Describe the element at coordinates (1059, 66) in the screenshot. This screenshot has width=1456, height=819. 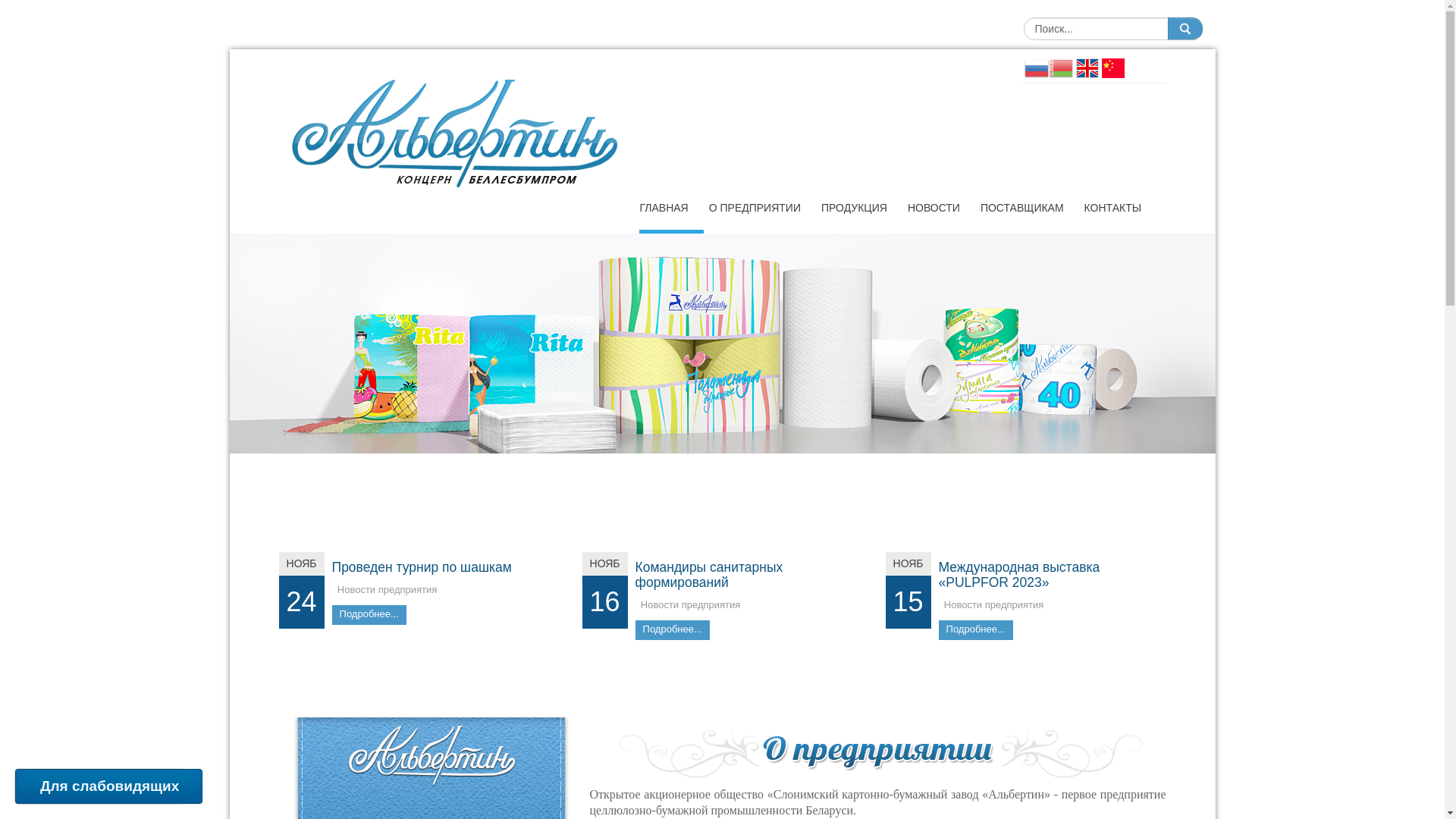
I see `'Belarusian'` at that location.